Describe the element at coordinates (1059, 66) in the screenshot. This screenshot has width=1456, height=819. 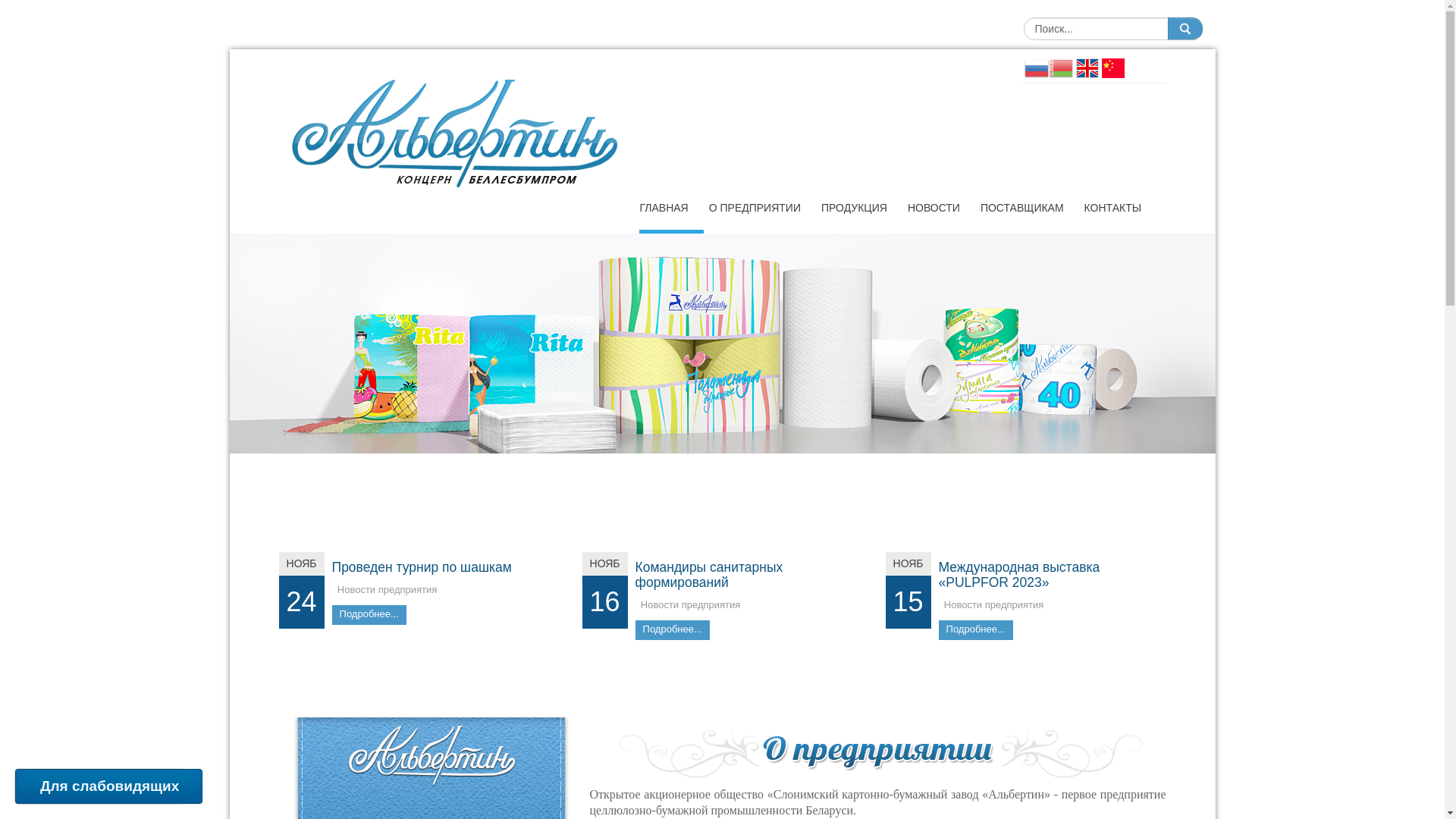
I see `'Belarusian'` at that location.